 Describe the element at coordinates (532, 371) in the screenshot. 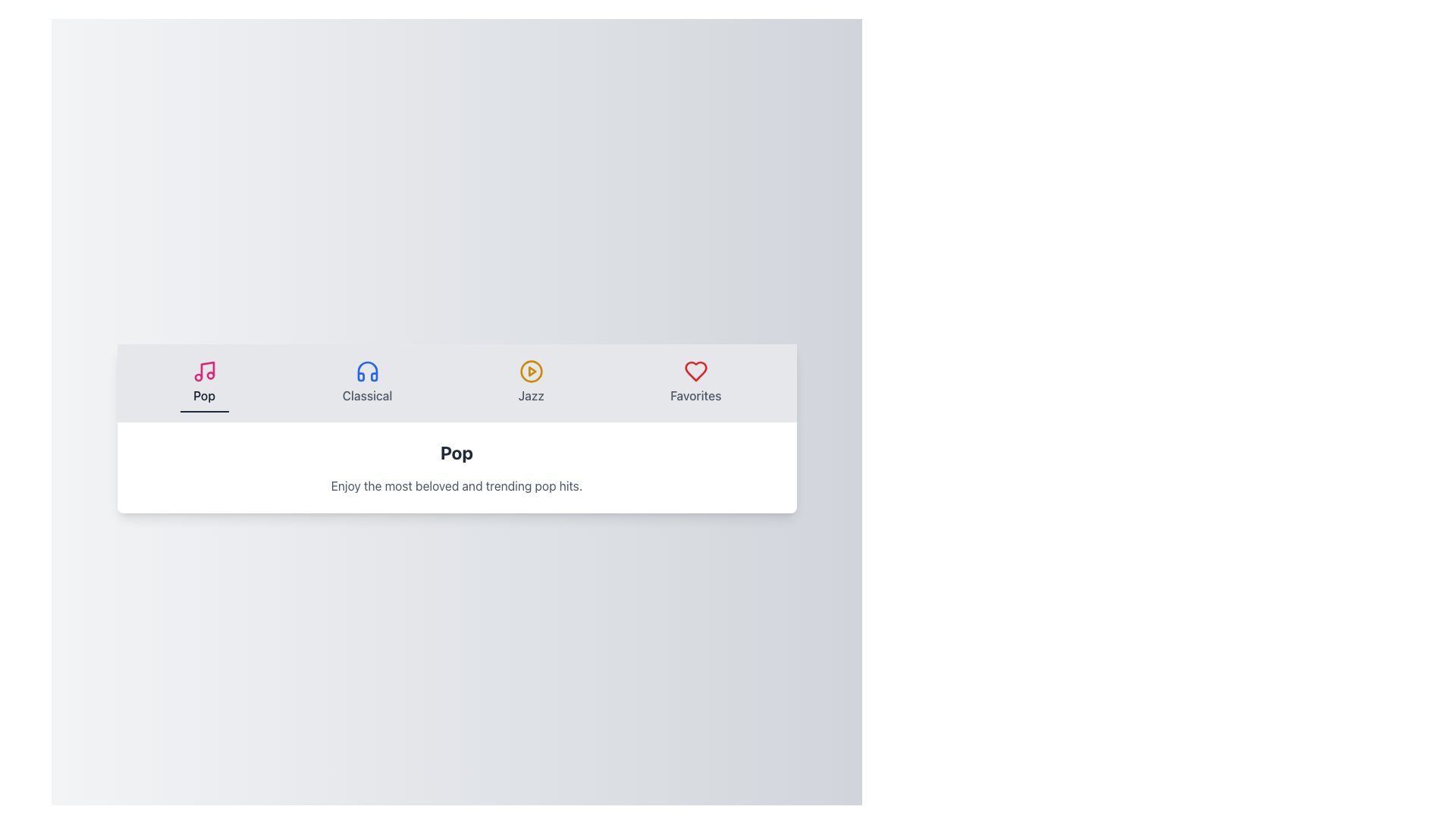

I see `the play button icon in the navigation bar` at that location.